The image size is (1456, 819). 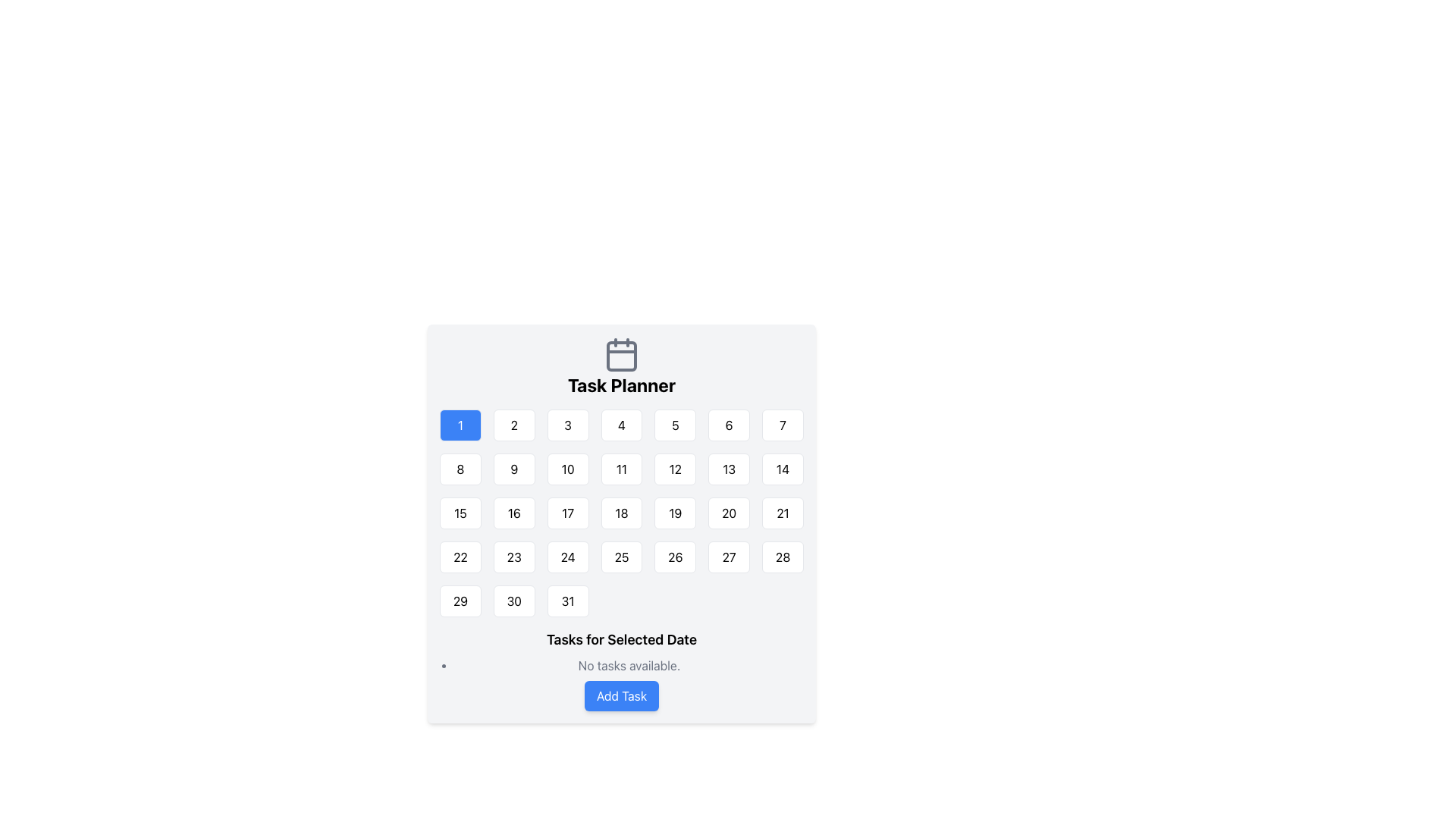 What do you see at coordinates (622, 696) in the screenshot?
I see `the 'Add Task' button, which is a rectangular button with a blue background and white text located below the 'Tasks for Selected Date' header and the text 'No tasks available.'` at bounding box center [622, 696].